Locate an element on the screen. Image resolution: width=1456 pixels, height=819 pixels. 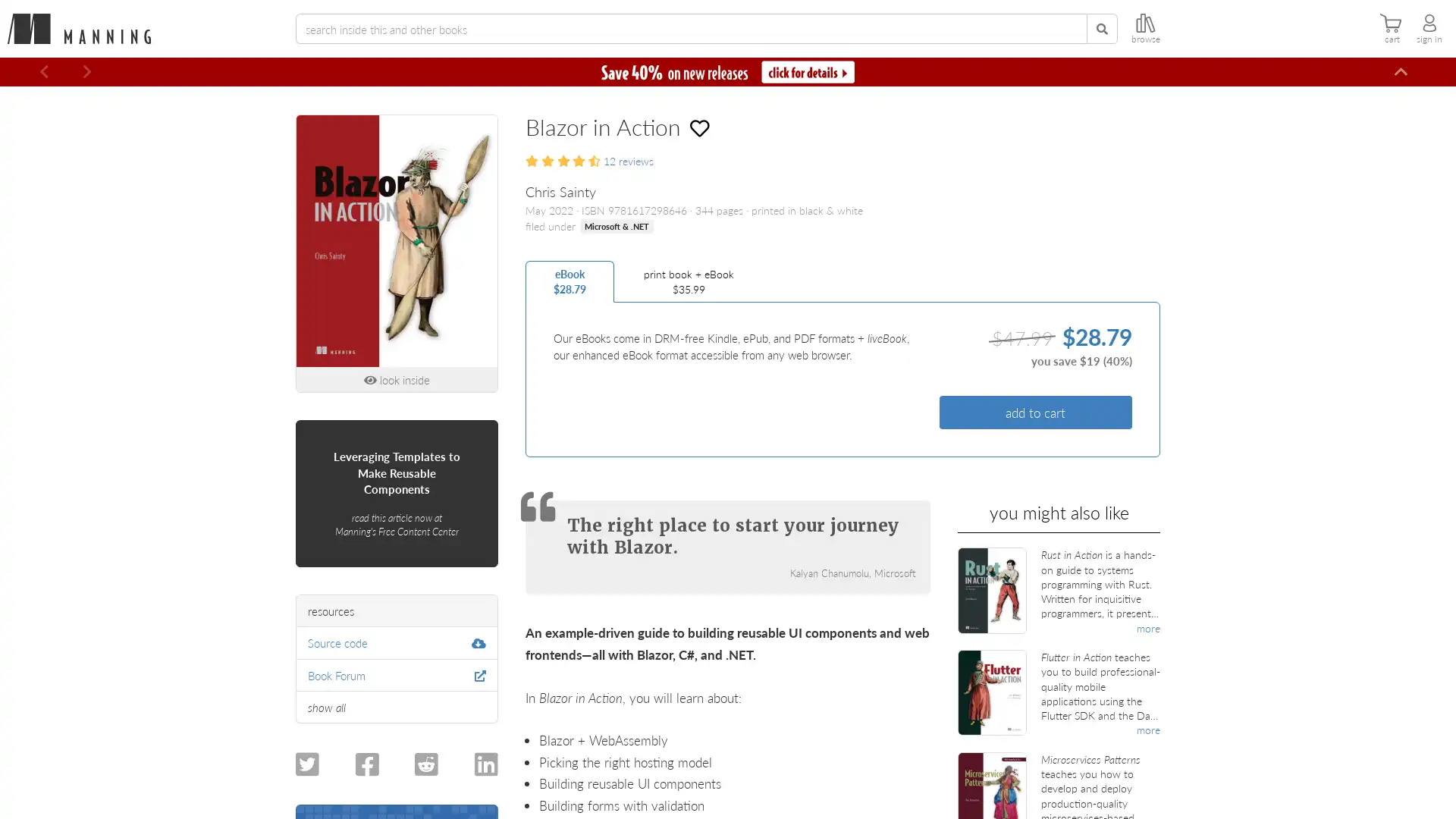
Next is located at coordinates (86, 72).